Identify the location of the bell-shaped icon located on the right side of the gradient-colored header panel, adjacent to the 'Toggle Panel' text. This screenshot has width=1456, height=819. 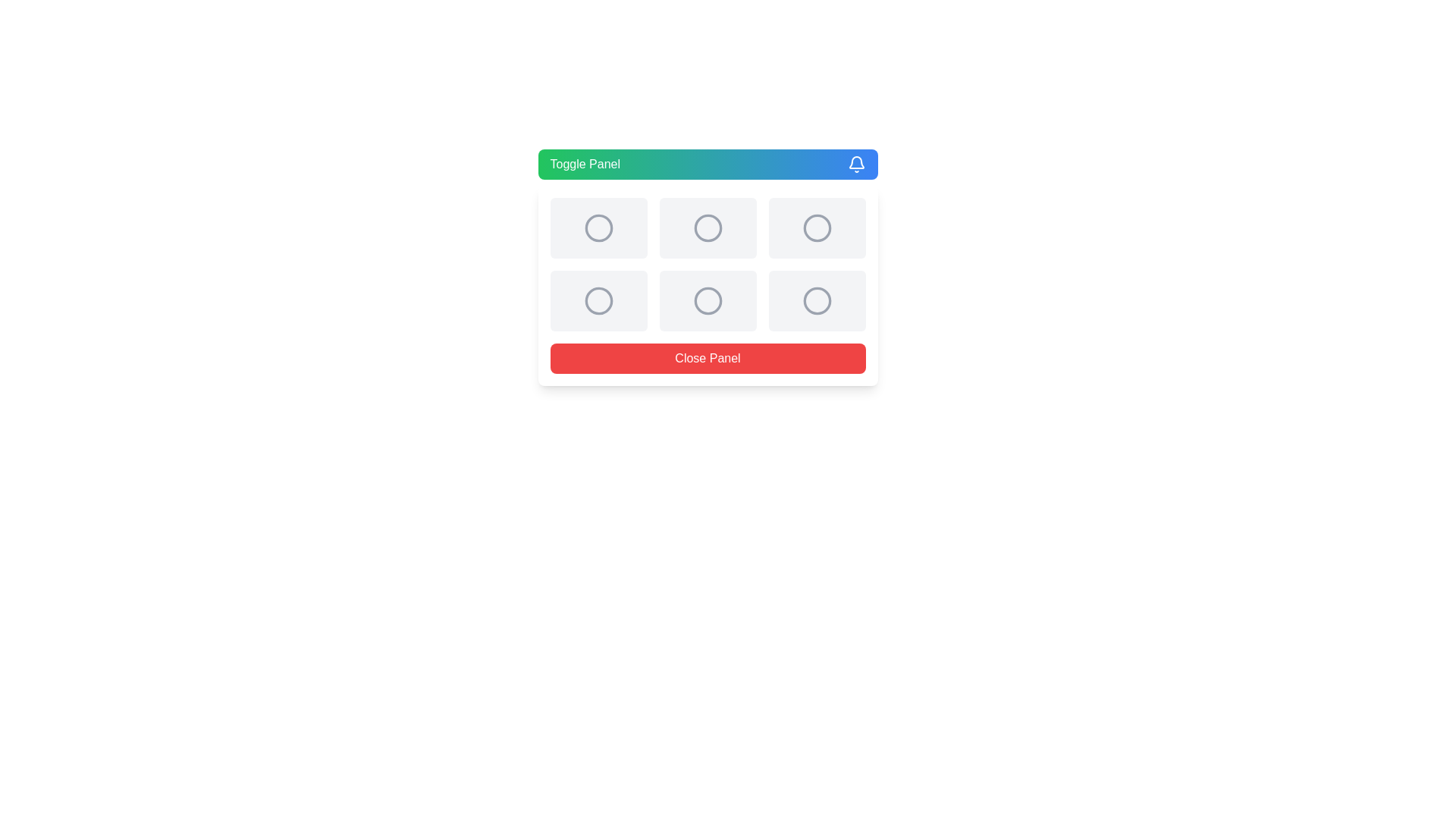
(856, 164).